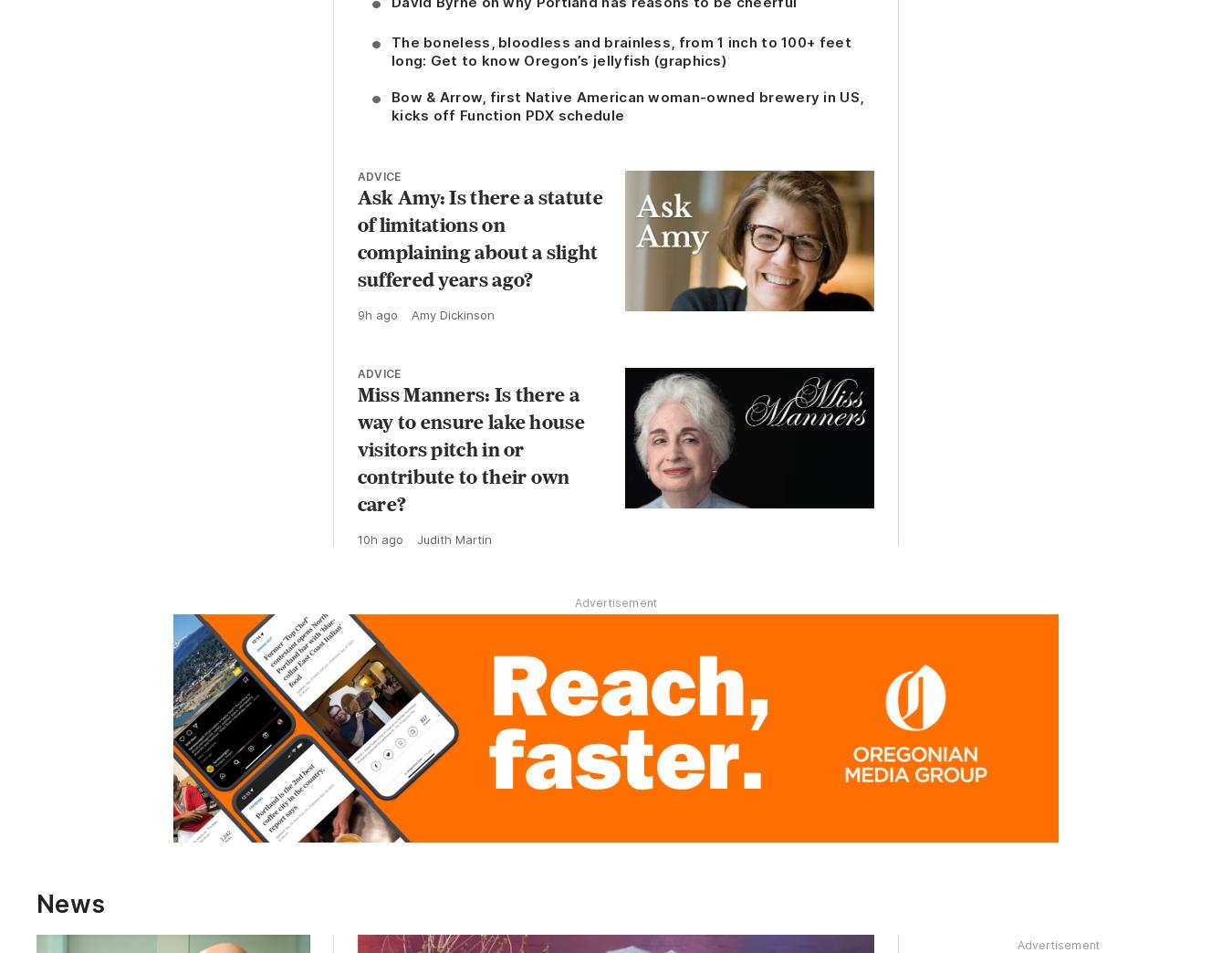  I want to click on '10h ago', so click(379, 539).